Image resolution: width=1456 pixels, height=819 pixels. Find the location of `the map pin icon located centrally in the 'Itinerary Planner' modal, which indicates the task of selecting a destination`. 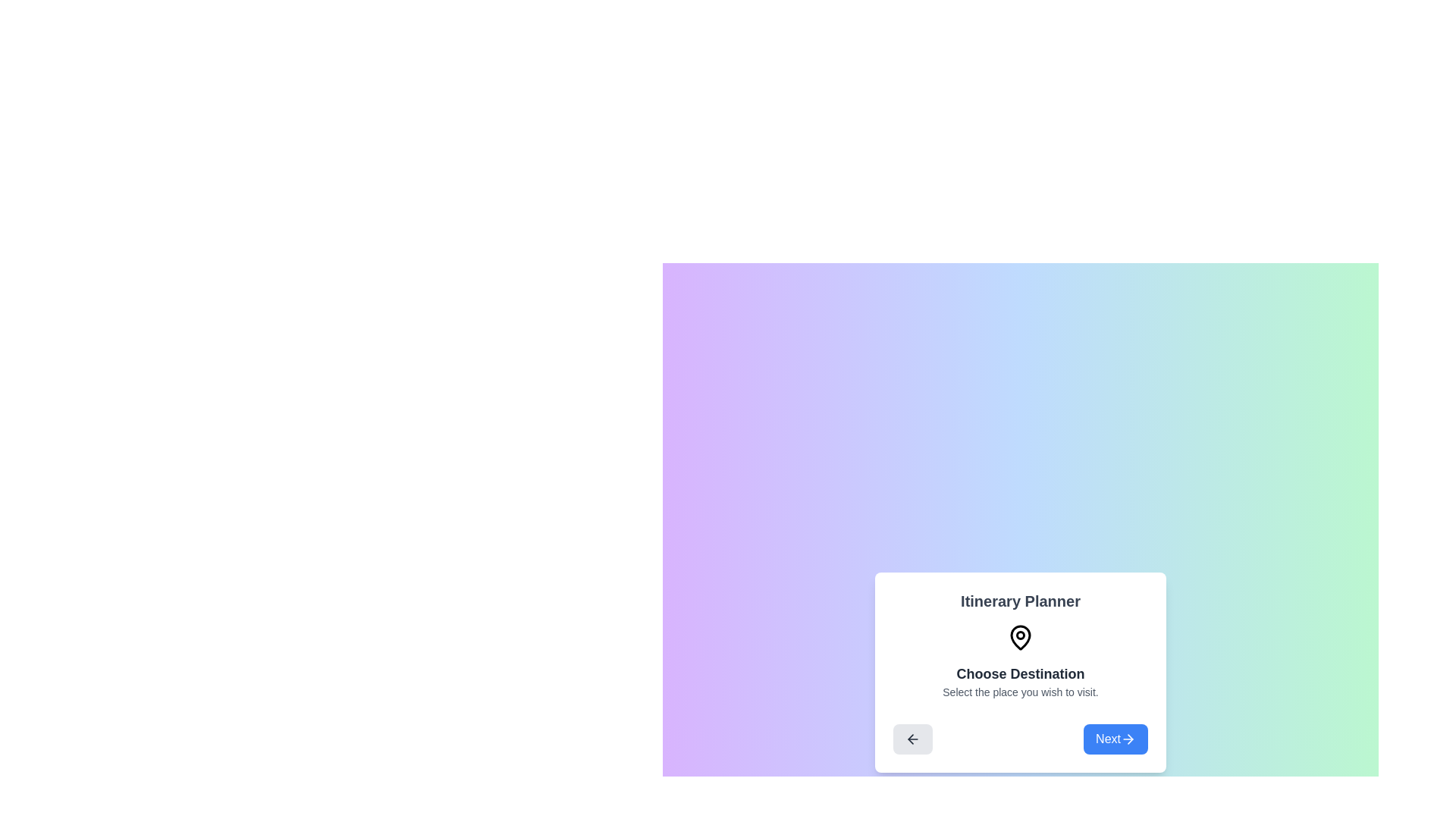

the map pin icon located centrally in the 'Itinerary Planner' modal, which indicates the task of selecting a destination is located at coordinates (1020, 637).